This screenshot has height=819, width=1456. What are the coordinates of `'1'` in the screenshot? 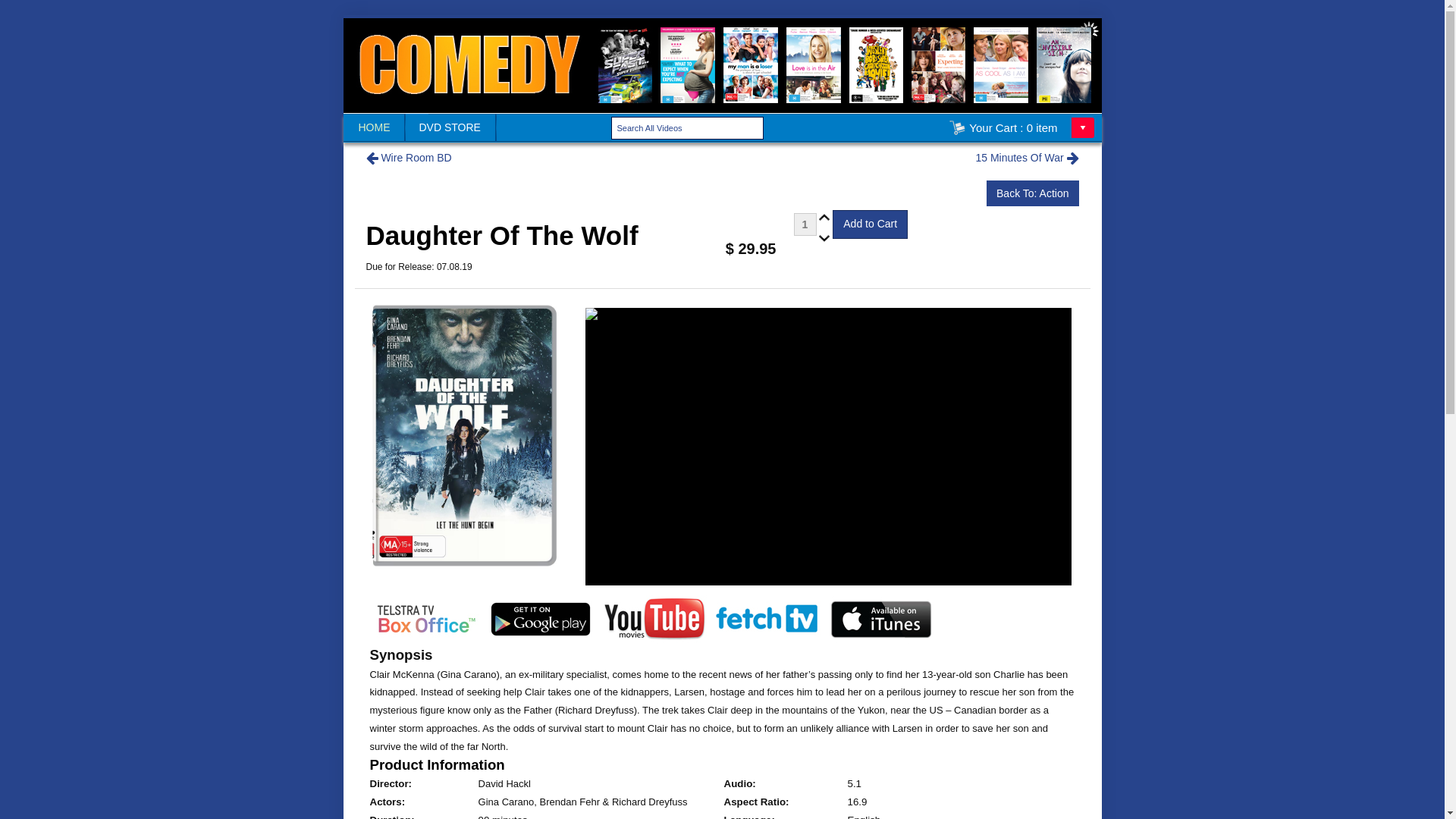 It's located at (803, 224).